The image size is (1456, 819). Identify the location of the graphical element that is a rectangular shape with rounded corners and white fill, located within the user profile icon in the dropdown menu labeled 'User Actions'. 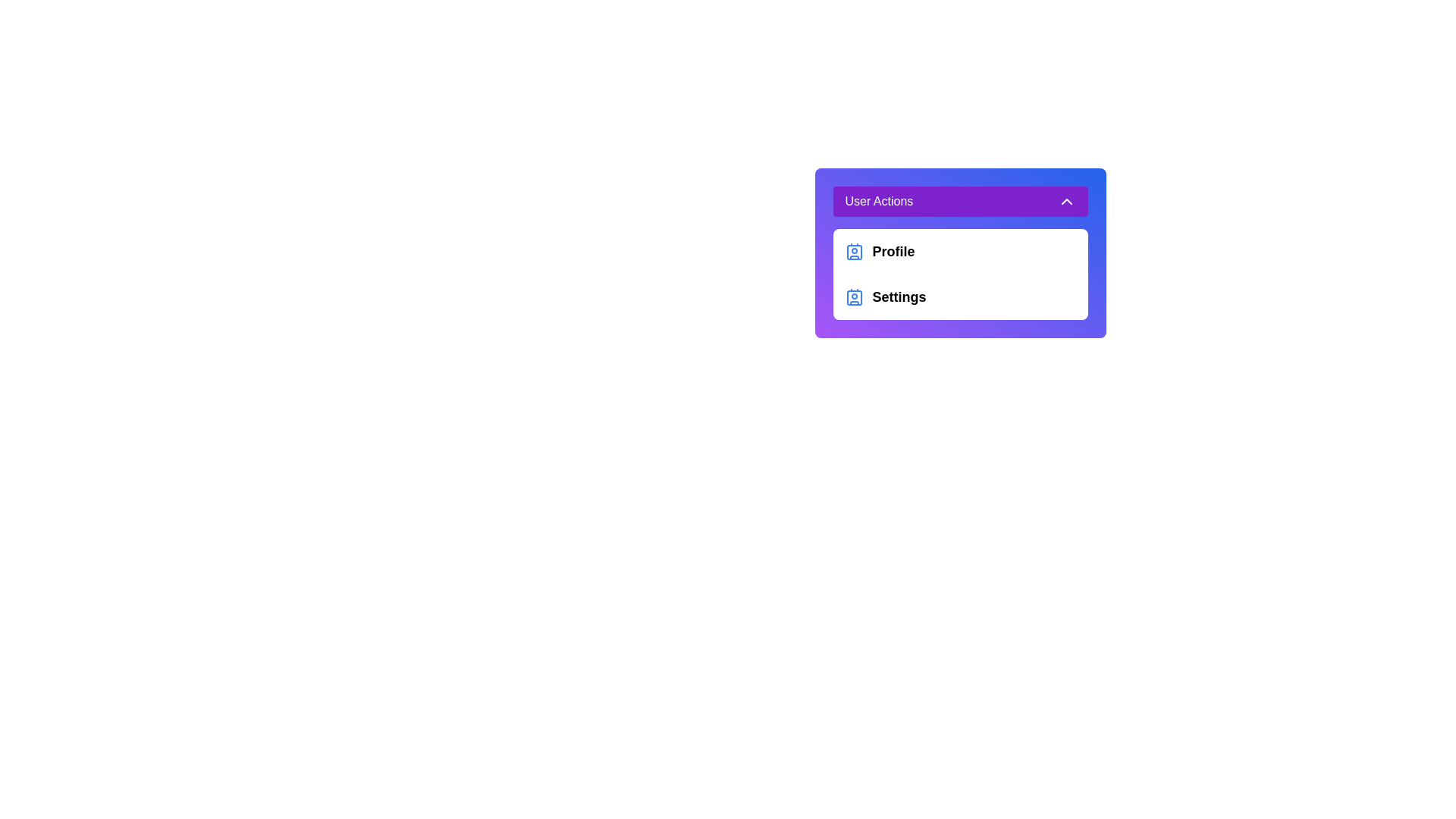
(854, 251).